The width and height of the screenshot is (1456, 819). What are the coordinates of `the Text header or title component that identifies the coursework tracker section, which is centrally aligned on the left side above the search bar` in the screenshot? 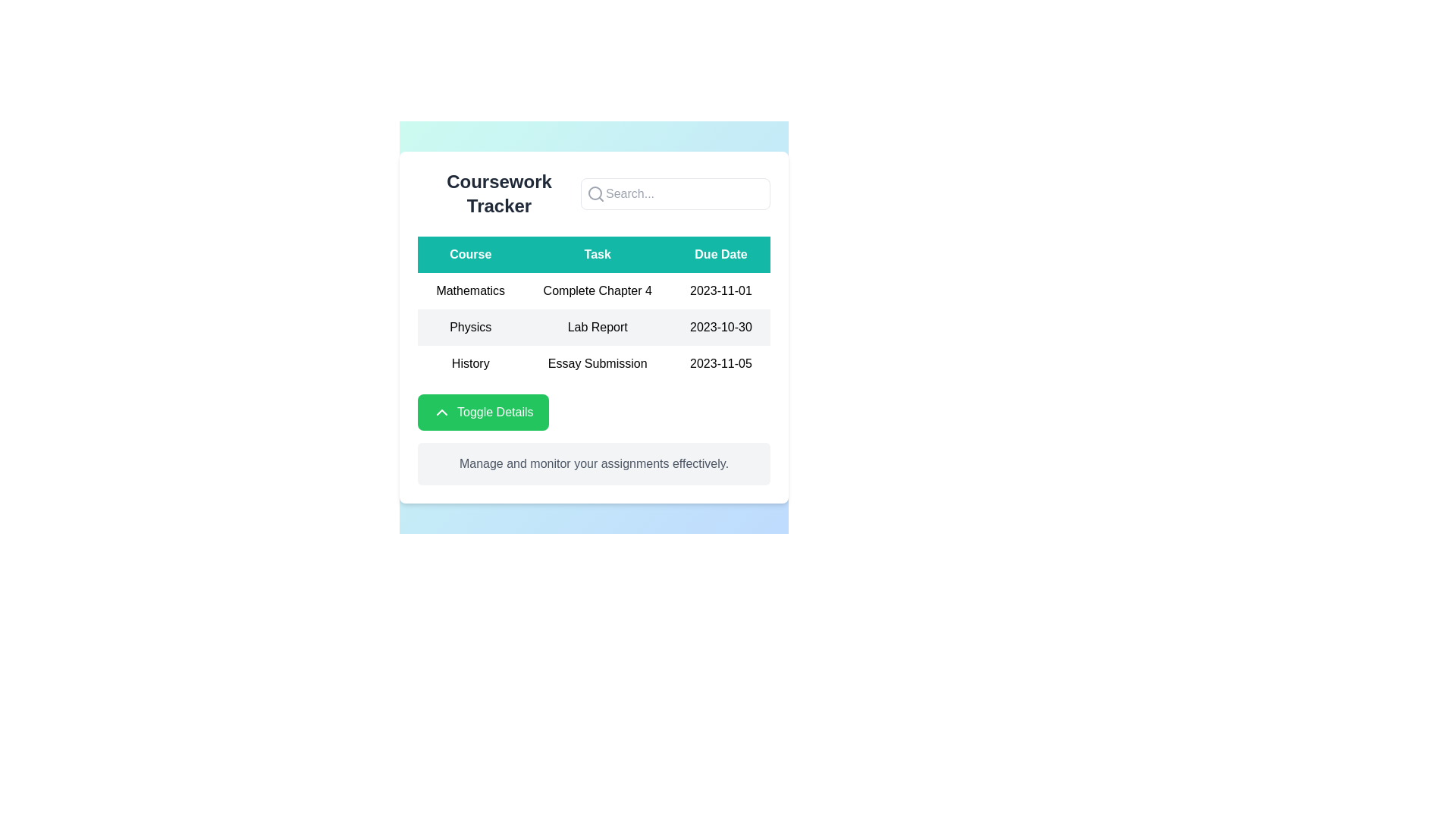 It's located at (499, 193).